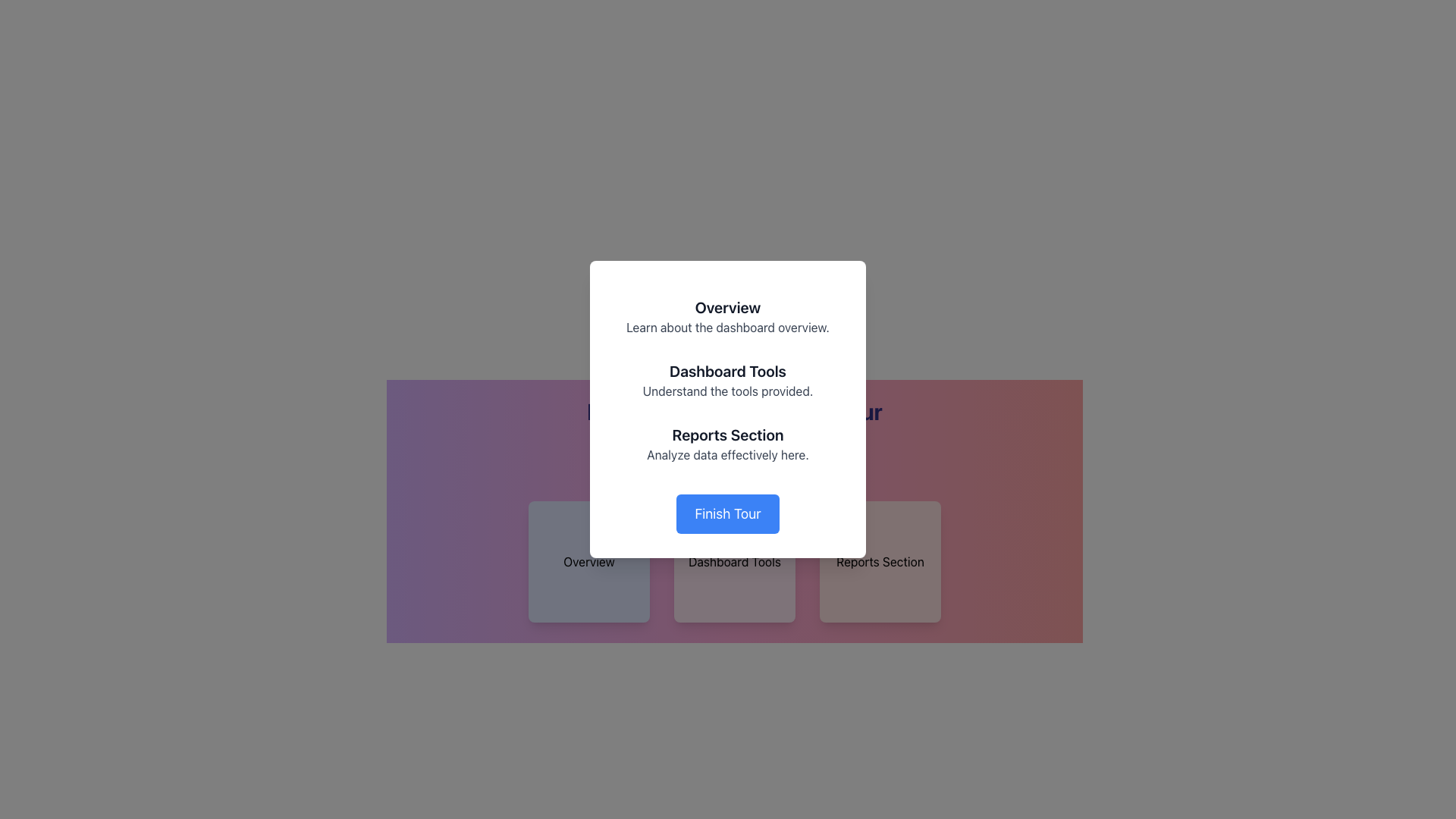 This screenshot has width=1456, height=819. What do you see at coordinates (735, 435) in the screenshot?
I see `the static text element that says 'Learn to navigate the app with ease.' styled in indigo within a centered white card` at bounding box center [735, 435].